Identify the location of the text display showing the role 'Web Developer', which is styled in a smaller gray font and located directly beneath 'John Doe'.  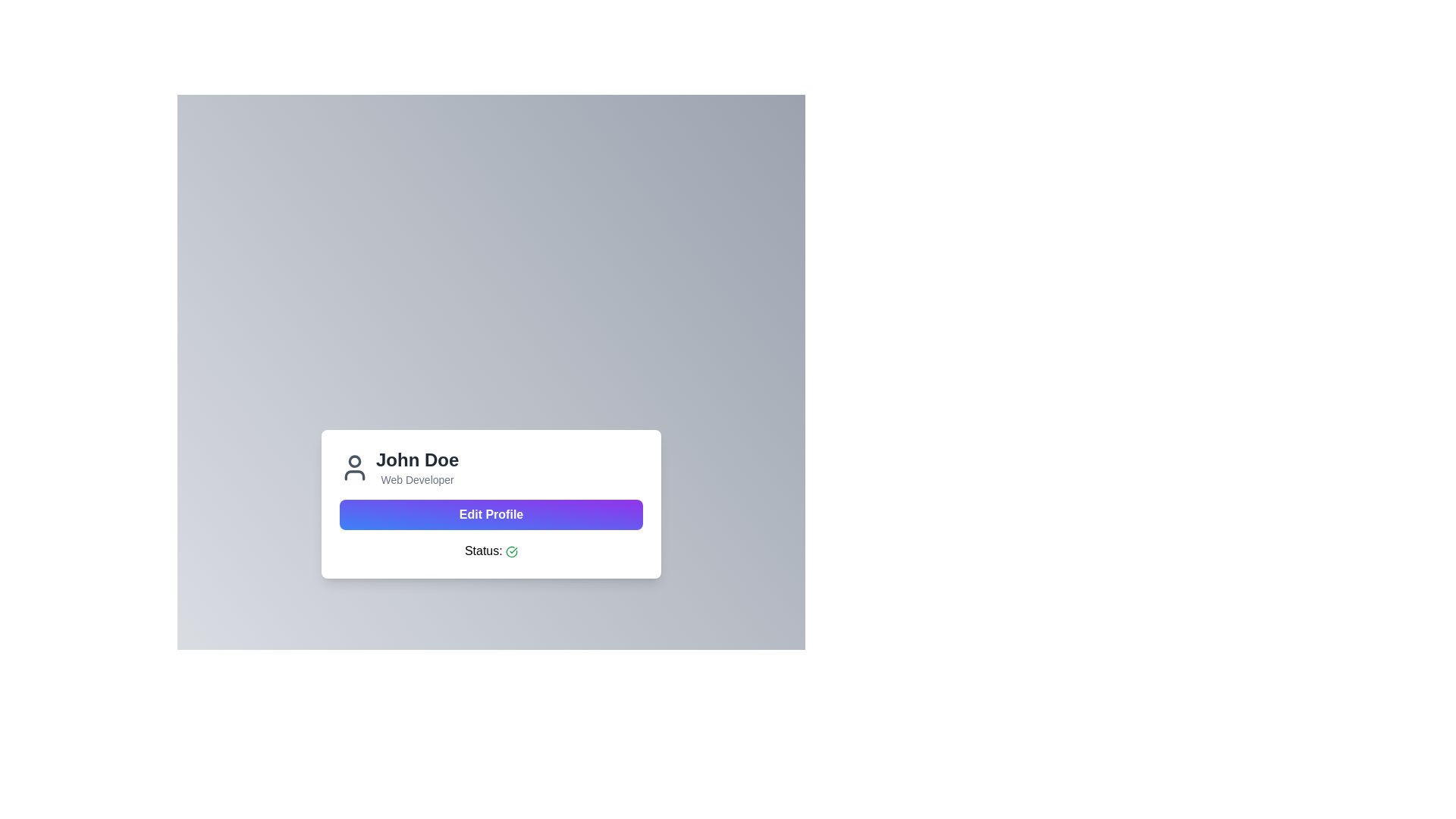
(417, 479).